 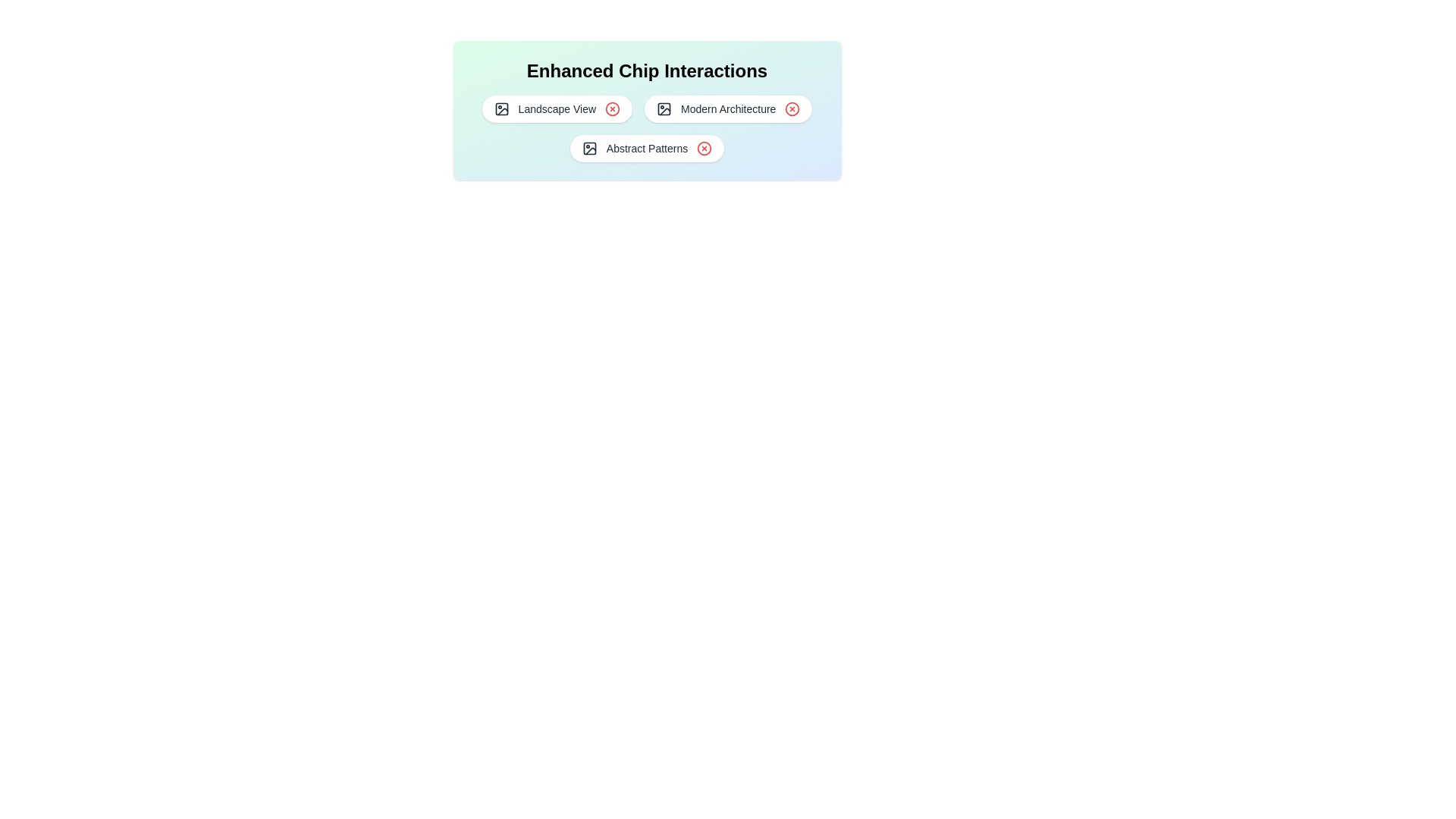 I want to click on the red 'X' icon of the chip labeled 'Landscape View' to remove it, so click(x=612, y=108).